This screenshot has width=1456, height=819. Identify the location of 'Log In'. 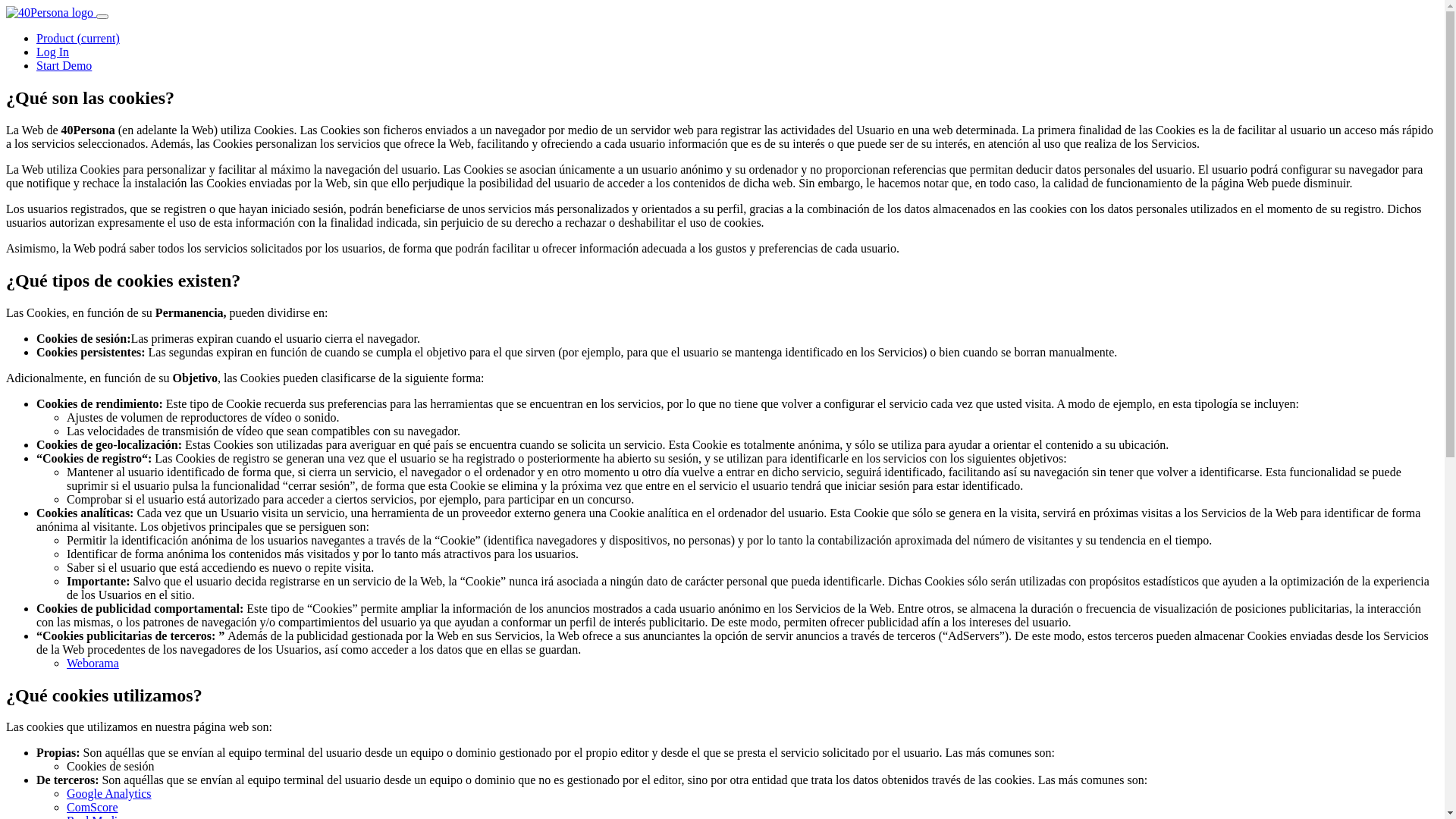
(36, 51).